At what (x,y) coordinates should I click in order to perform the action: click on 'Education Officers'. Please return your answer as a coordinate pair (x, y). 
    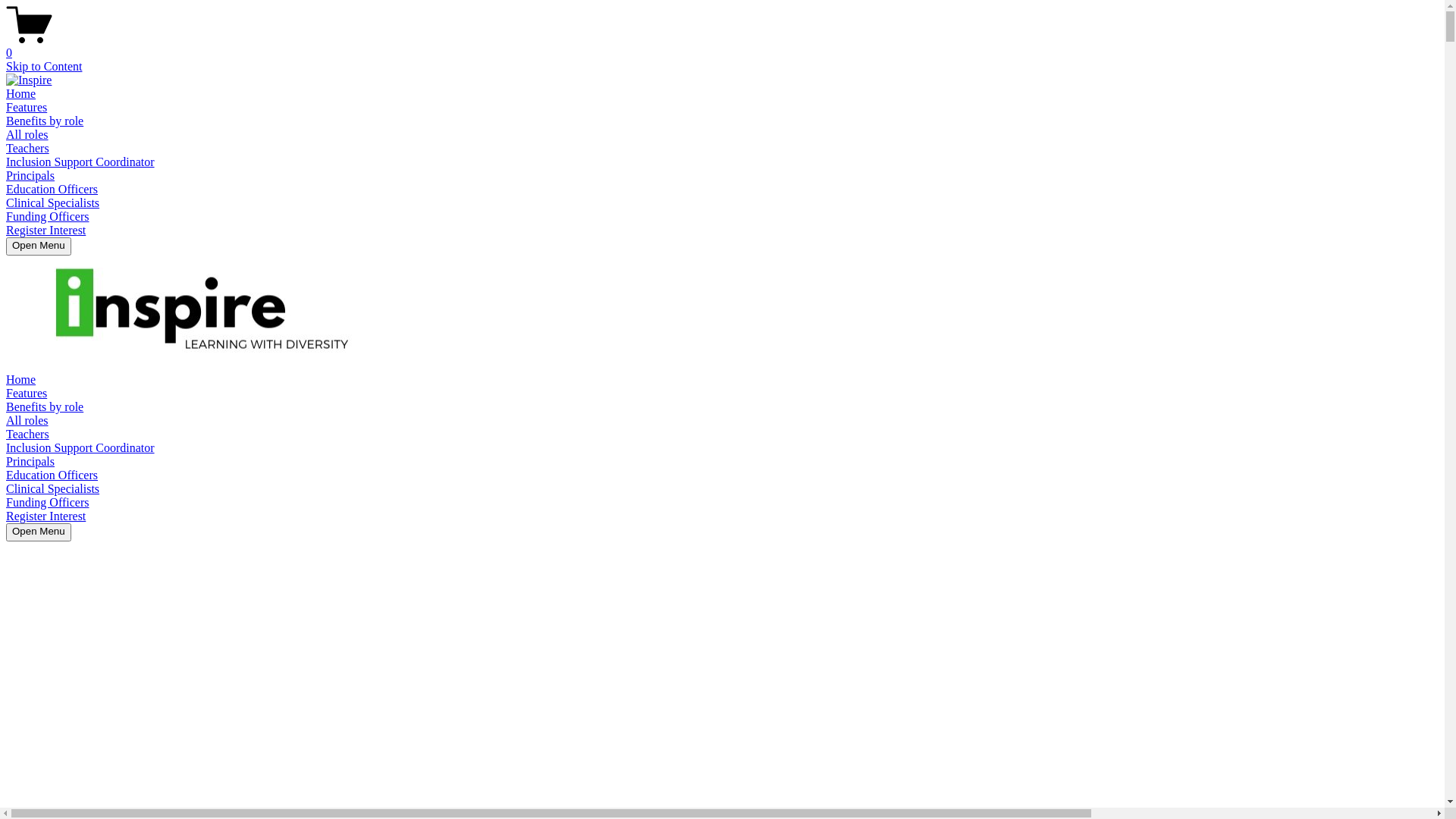
    Looking at the image, I should click on (52, 188).